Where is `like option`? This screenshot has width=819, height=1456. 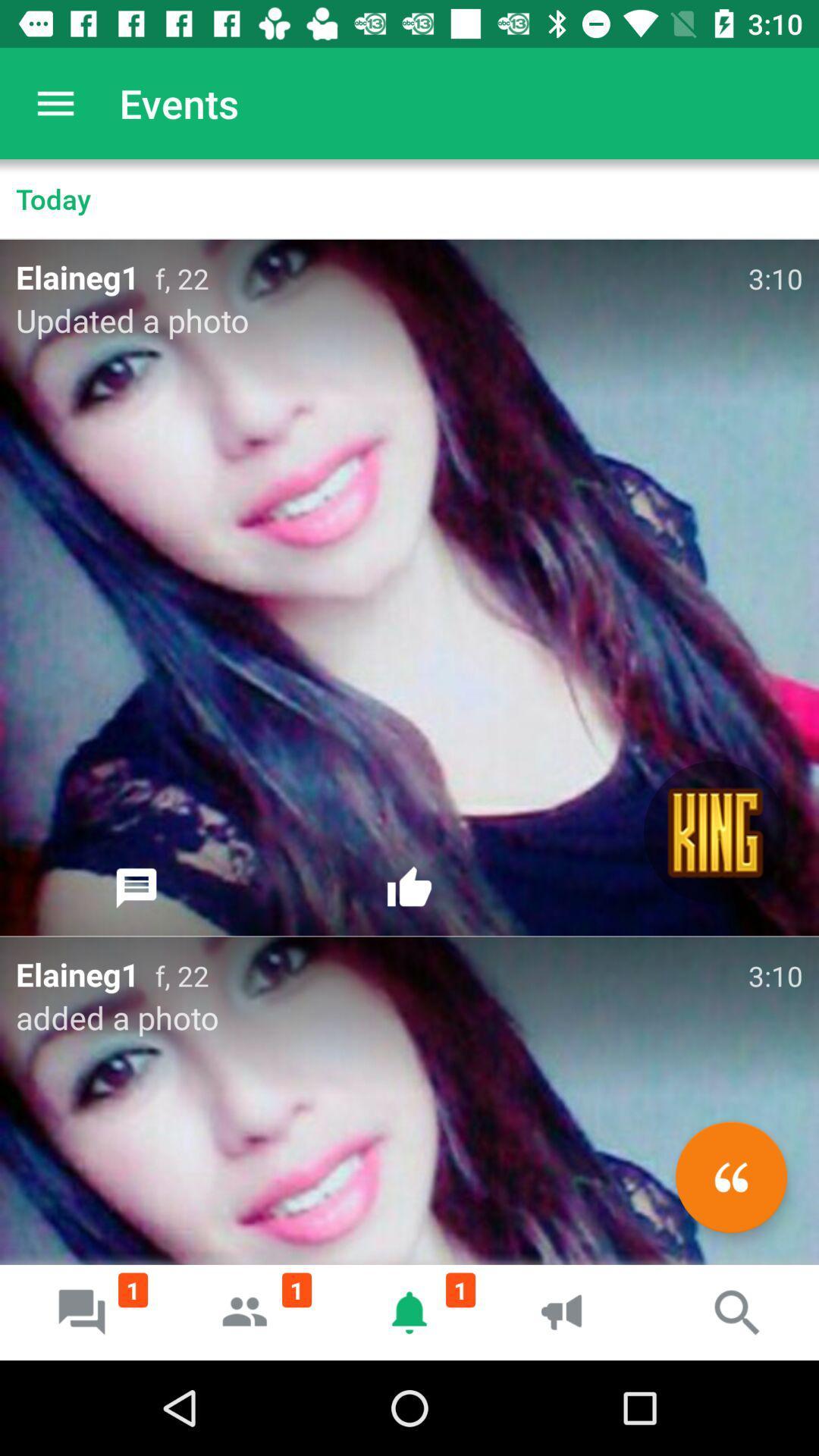 like option is located at coordinates (409, 888).